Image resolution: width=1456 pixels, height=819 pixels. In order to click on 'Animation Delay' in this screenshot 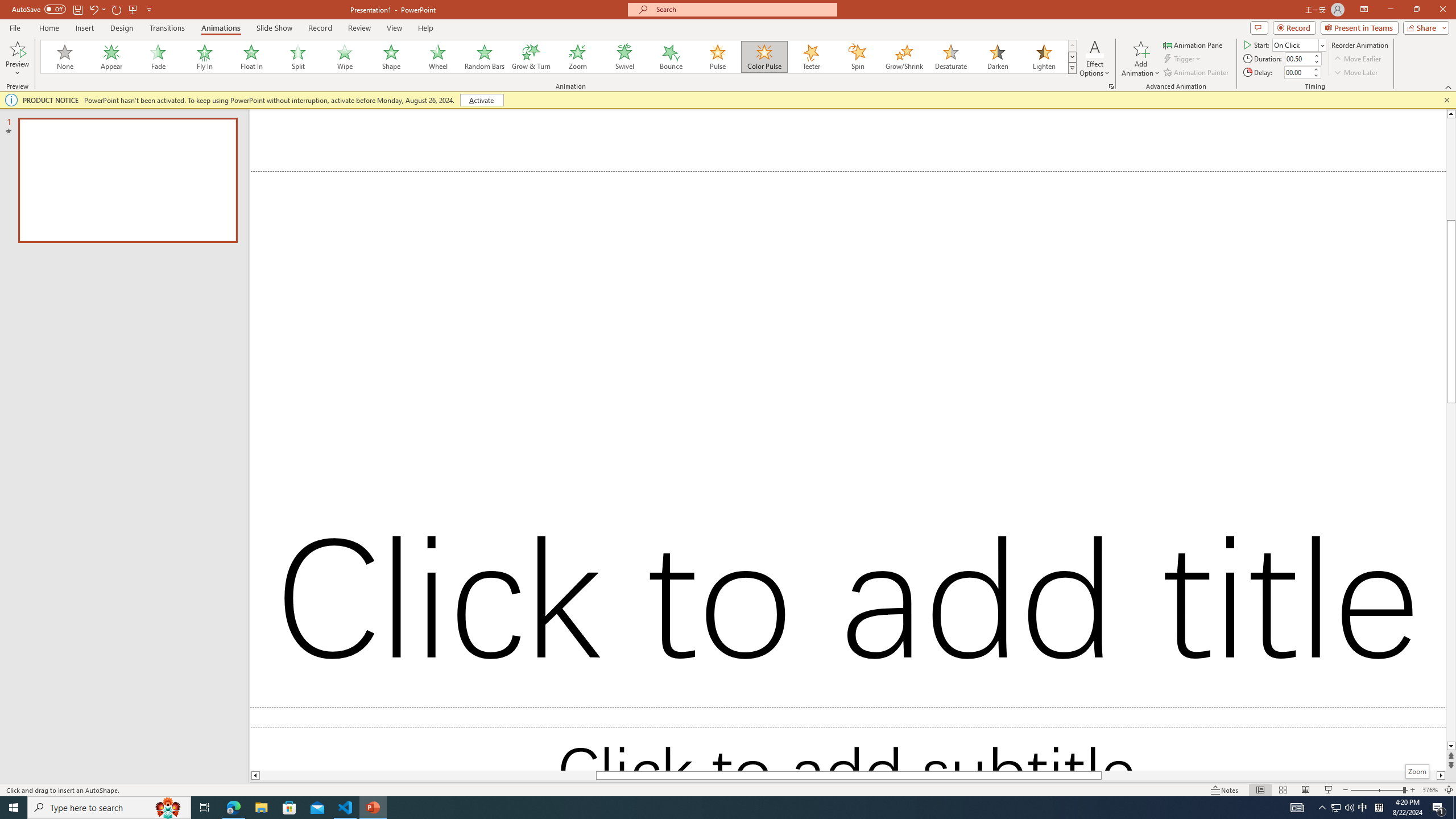, I will do `click(1296, 72)`.